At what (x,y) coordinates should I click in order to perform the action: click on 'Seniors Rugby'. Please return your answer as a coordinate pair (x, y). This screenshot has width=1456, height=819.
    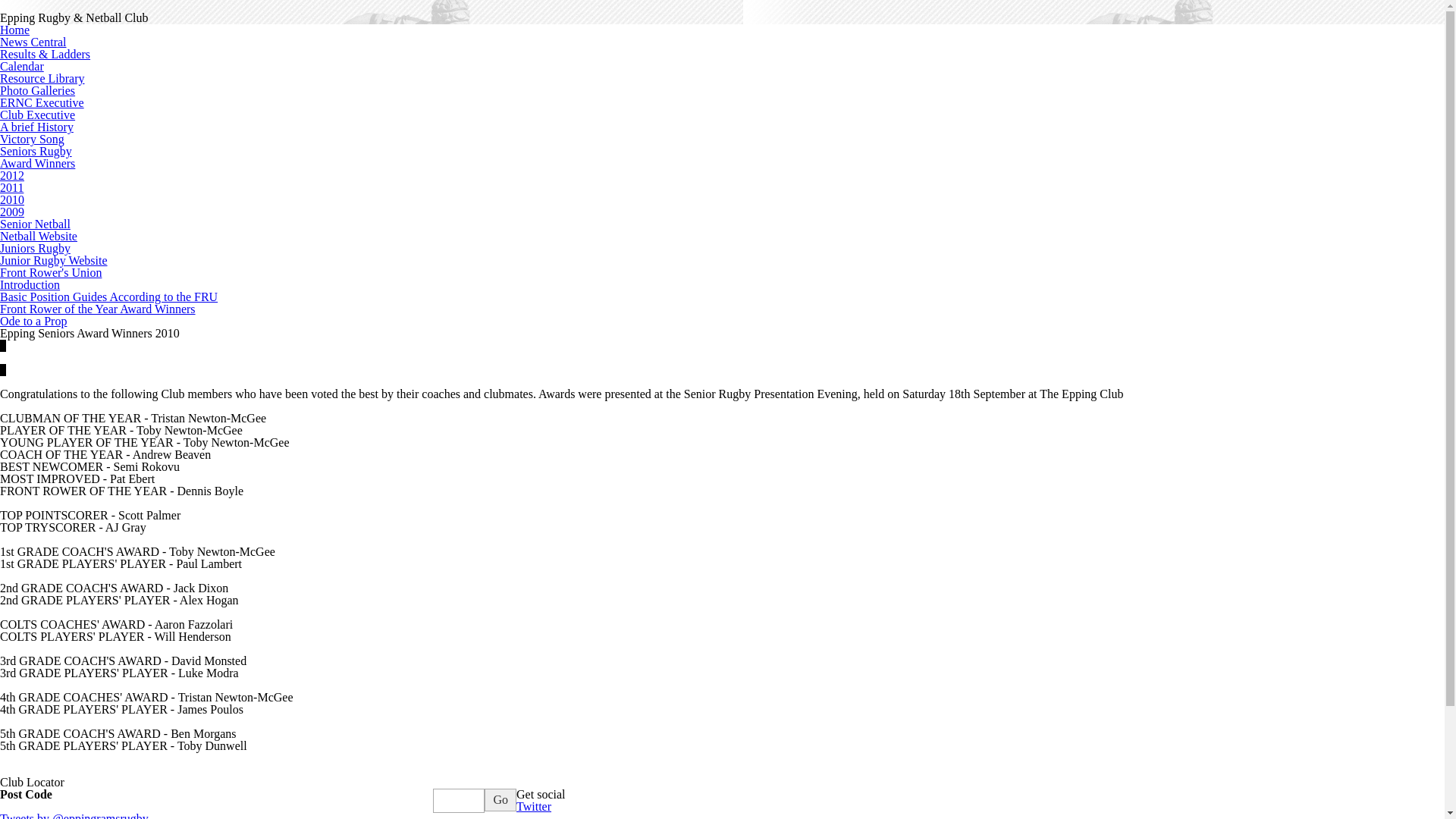
    Looking at the image, I should click on (36, 151).